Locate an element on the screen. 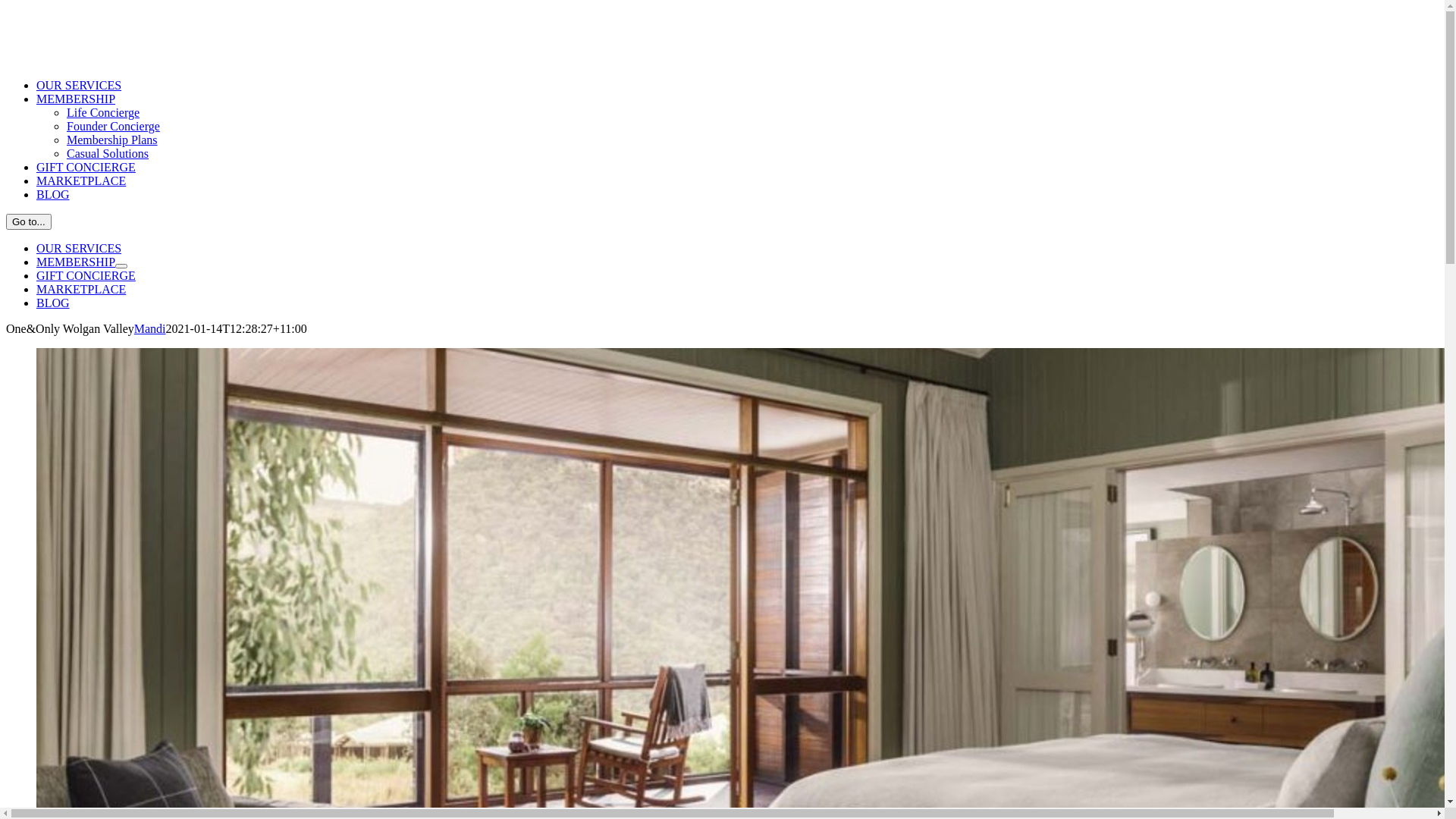 The height and width of the screenshot is (819, 1456). 'Skip to content' is located at coordinates (5, 5).